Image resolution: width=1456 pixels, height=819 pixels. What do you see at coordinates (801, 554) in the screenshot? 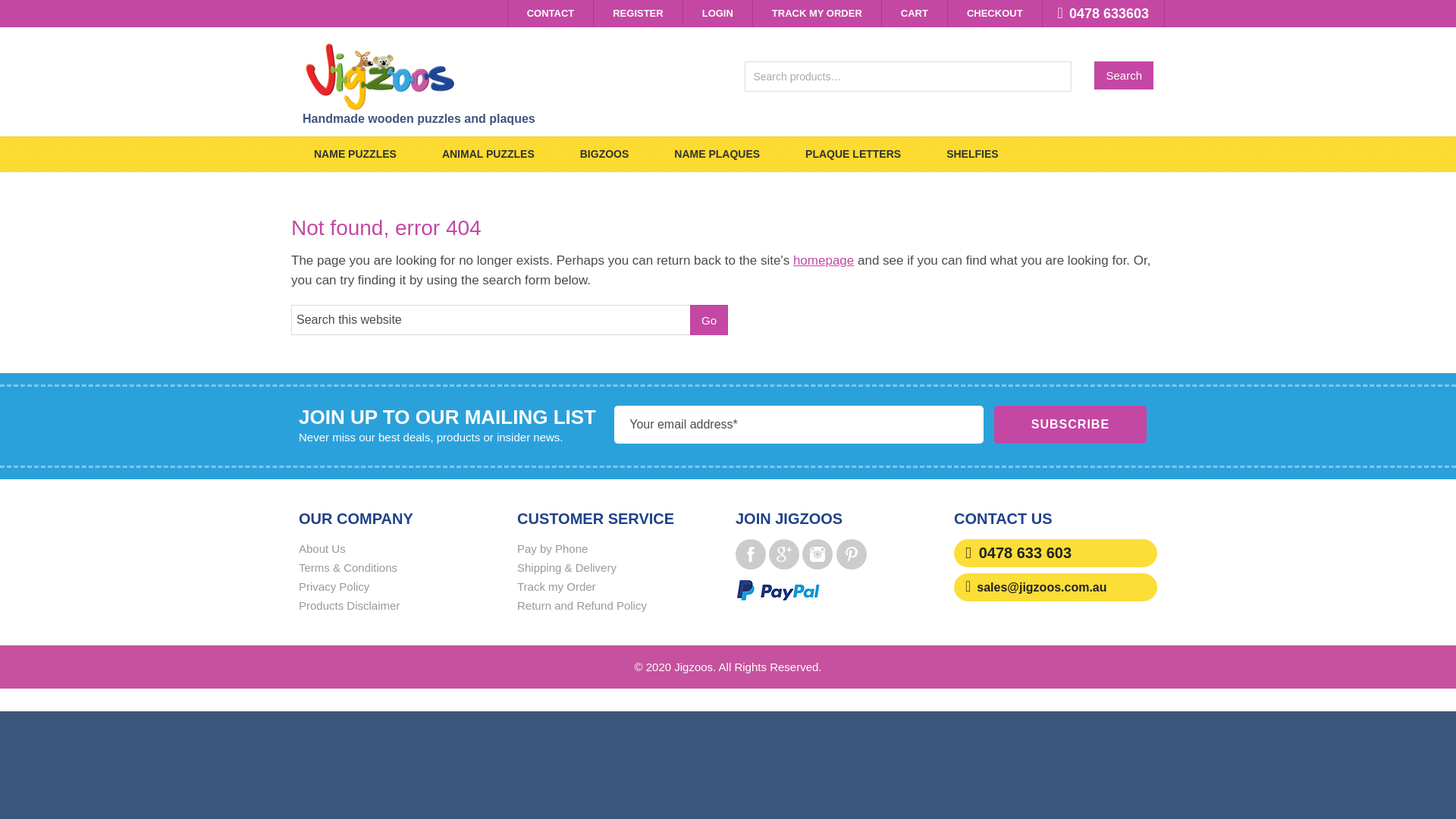
I see `' '` at bounding box center [801, 554].